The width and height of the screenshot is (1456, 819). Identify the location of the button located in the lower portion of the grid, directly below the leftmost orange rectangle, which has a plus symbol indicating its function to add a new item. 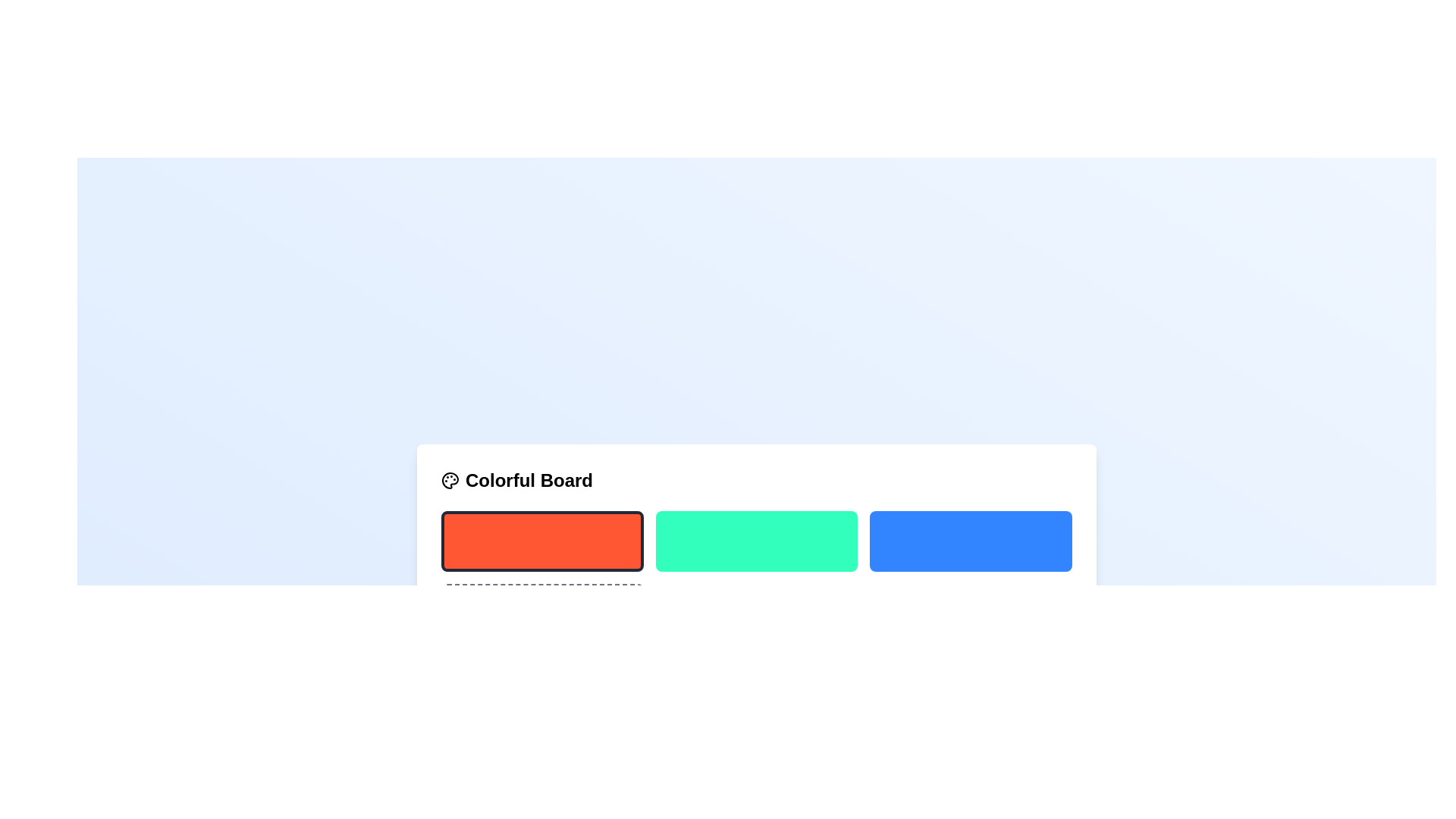
(542, 605).